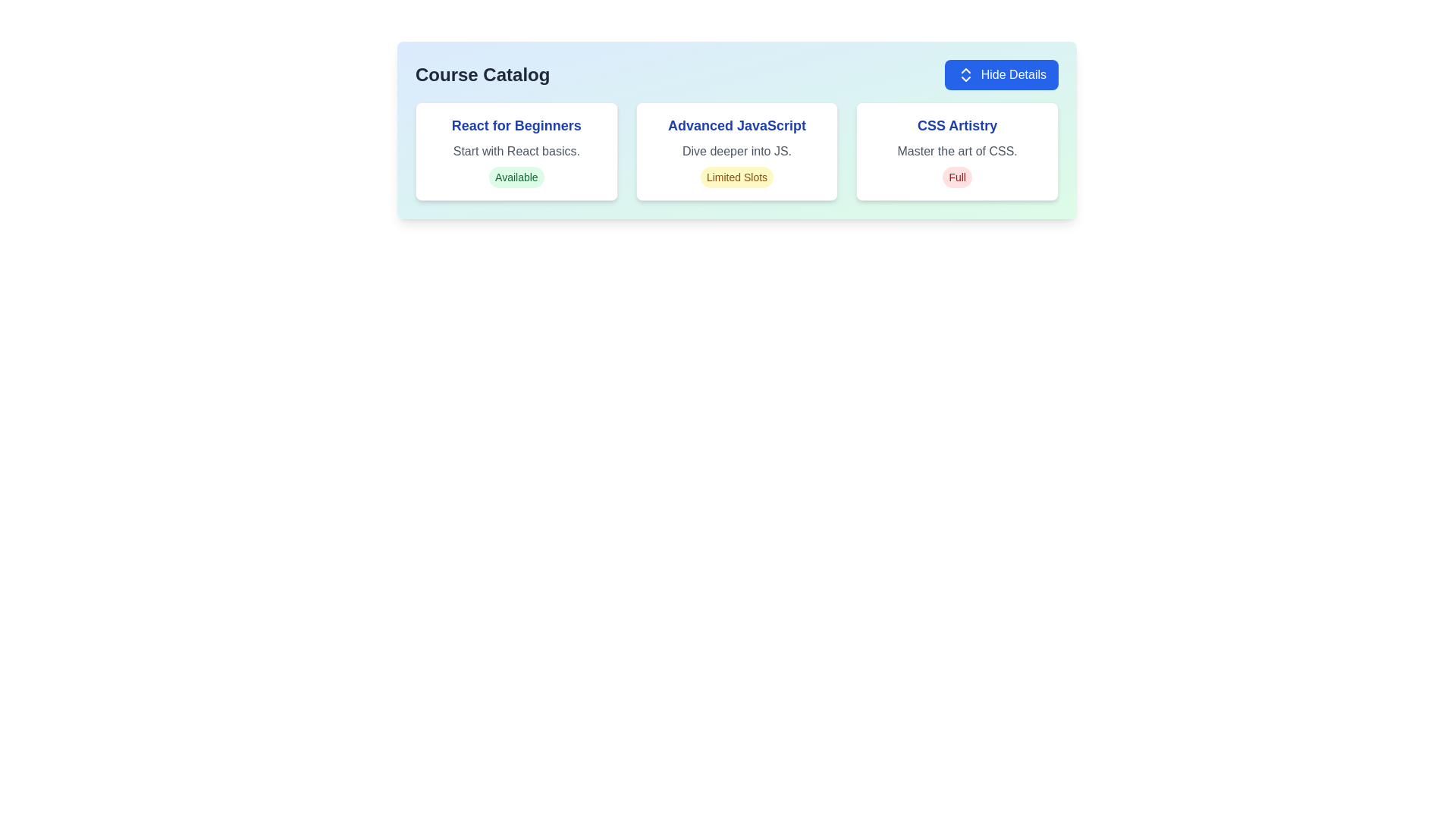 This screenshot has width=1456, height=819. What do you see at coordinates (956, 152) in the screenshot?
I see `the text component reading 'Master the art of CSS.' which is styled in light gray and located within the card for 'CSS Artistry', situated below the title 'CSS Artistry'` at bounding box center [956, 152].